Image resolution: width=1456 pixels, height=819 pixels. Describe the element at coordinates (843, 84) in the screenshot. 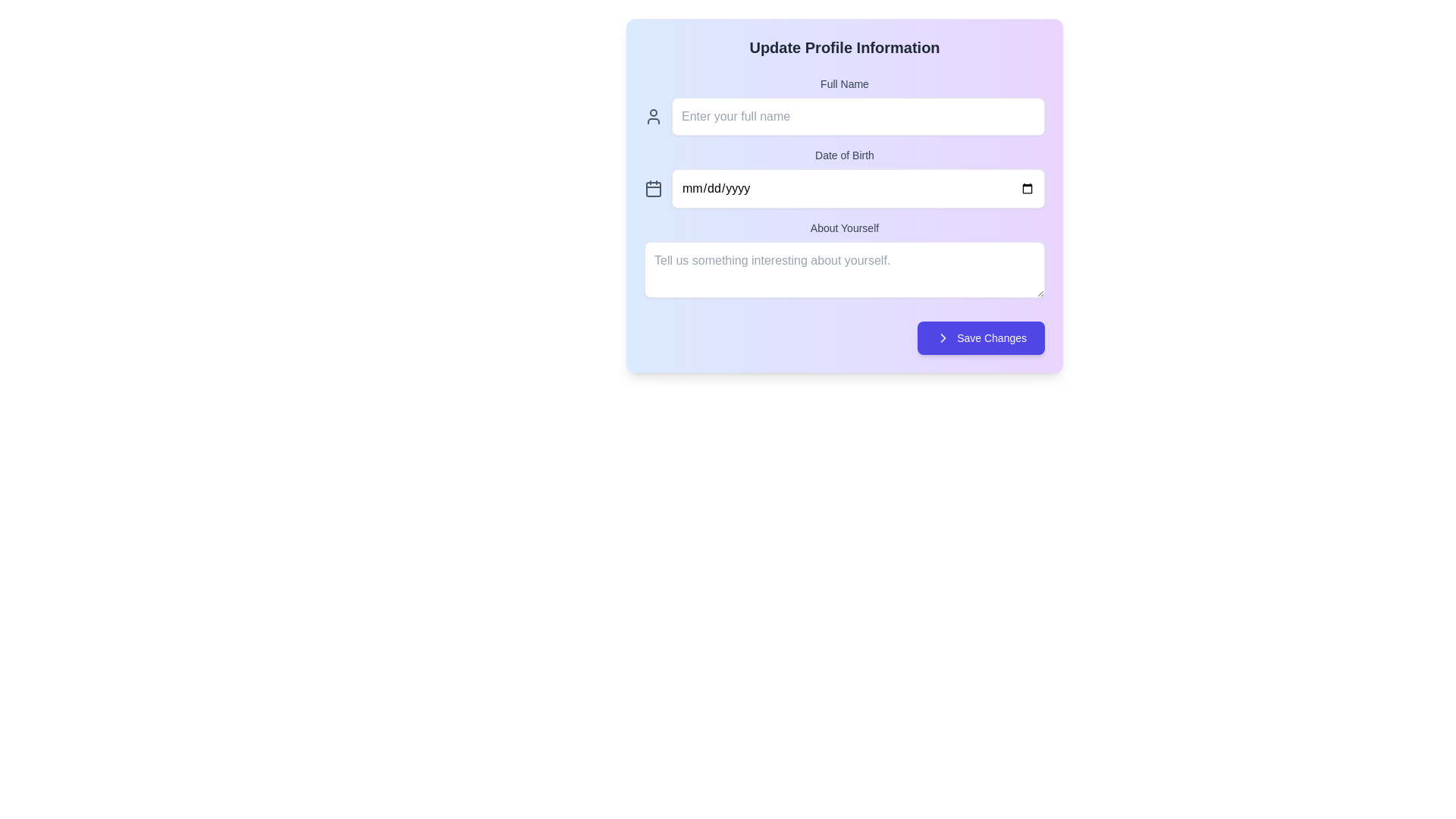

I see `the label indicating the input field for providing one's full name, located at the top of the form section` at that location.